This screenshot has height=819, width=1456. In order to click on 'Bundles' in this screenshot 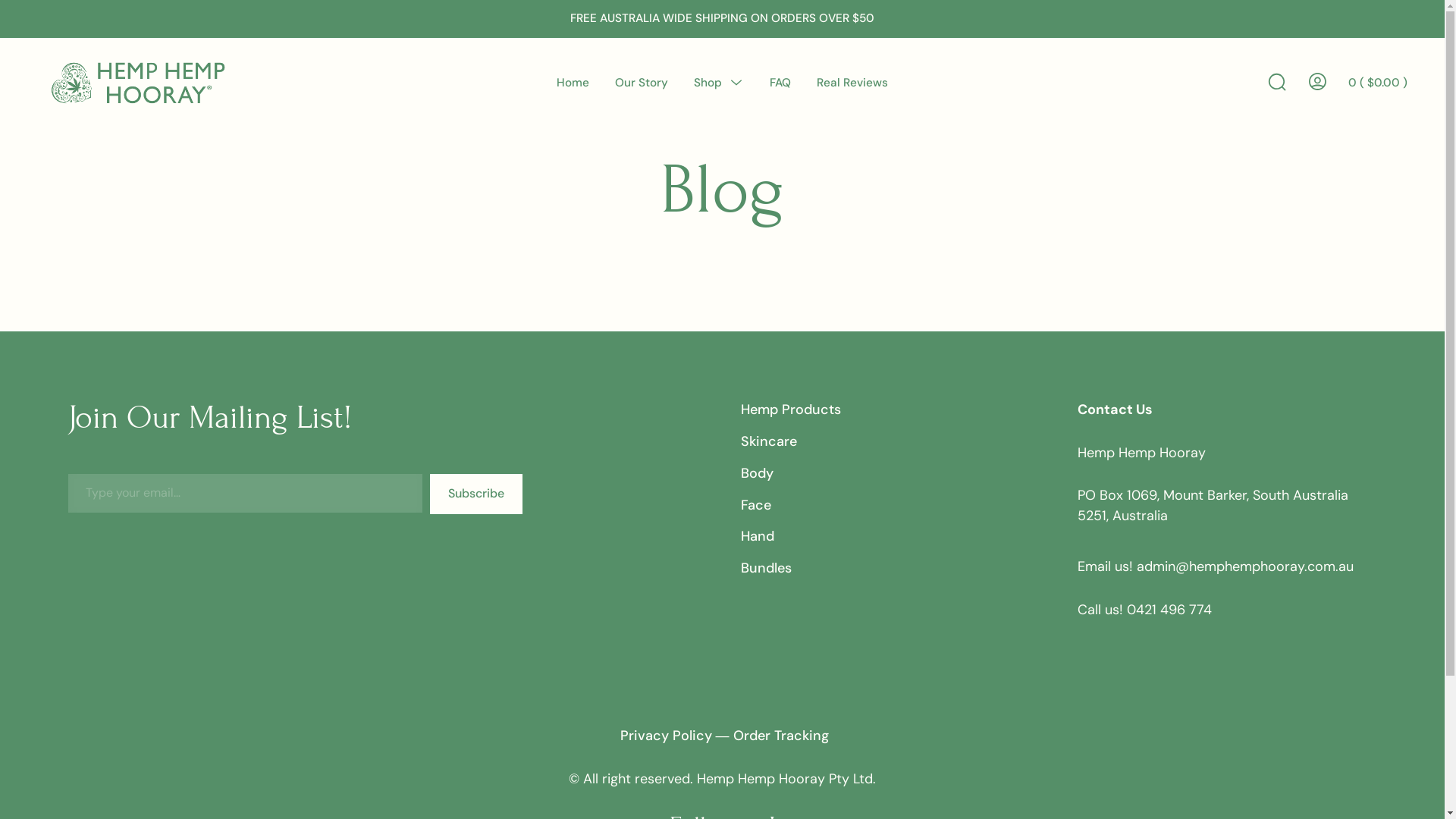, I will do `click(741, 567)`.